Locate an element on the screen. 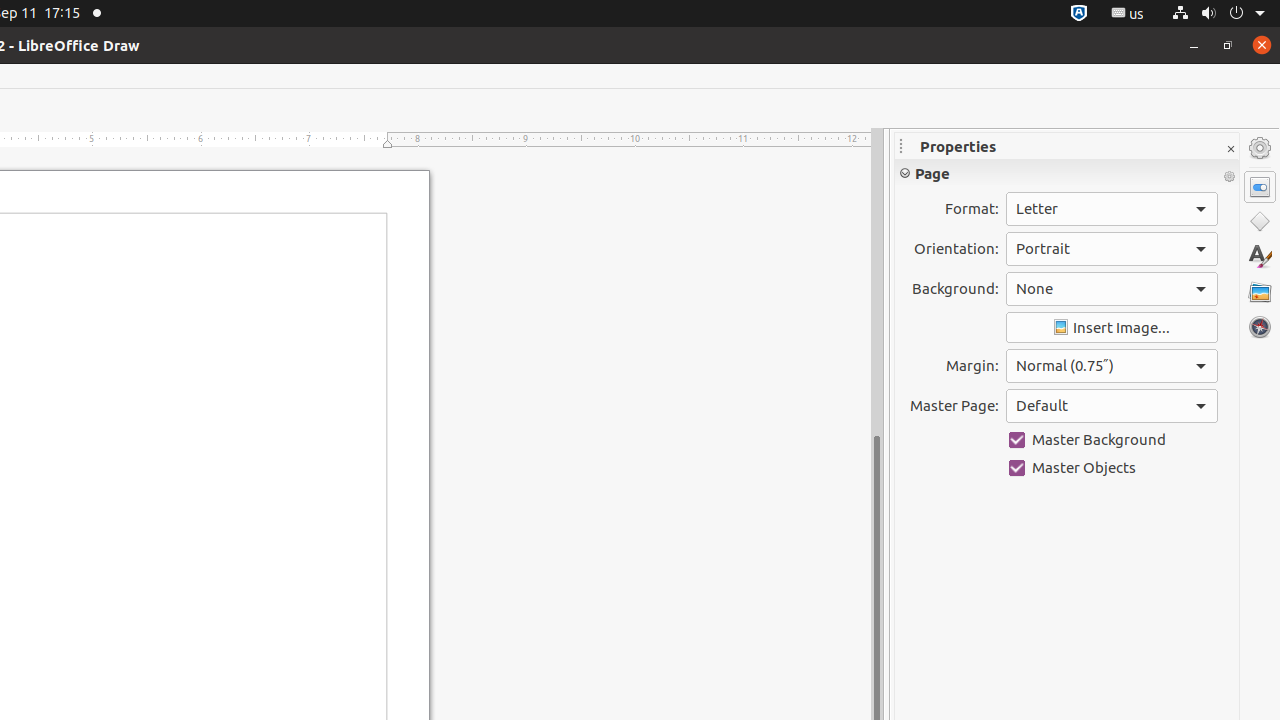  'Margin:' is located at coordinates (1110, 365).